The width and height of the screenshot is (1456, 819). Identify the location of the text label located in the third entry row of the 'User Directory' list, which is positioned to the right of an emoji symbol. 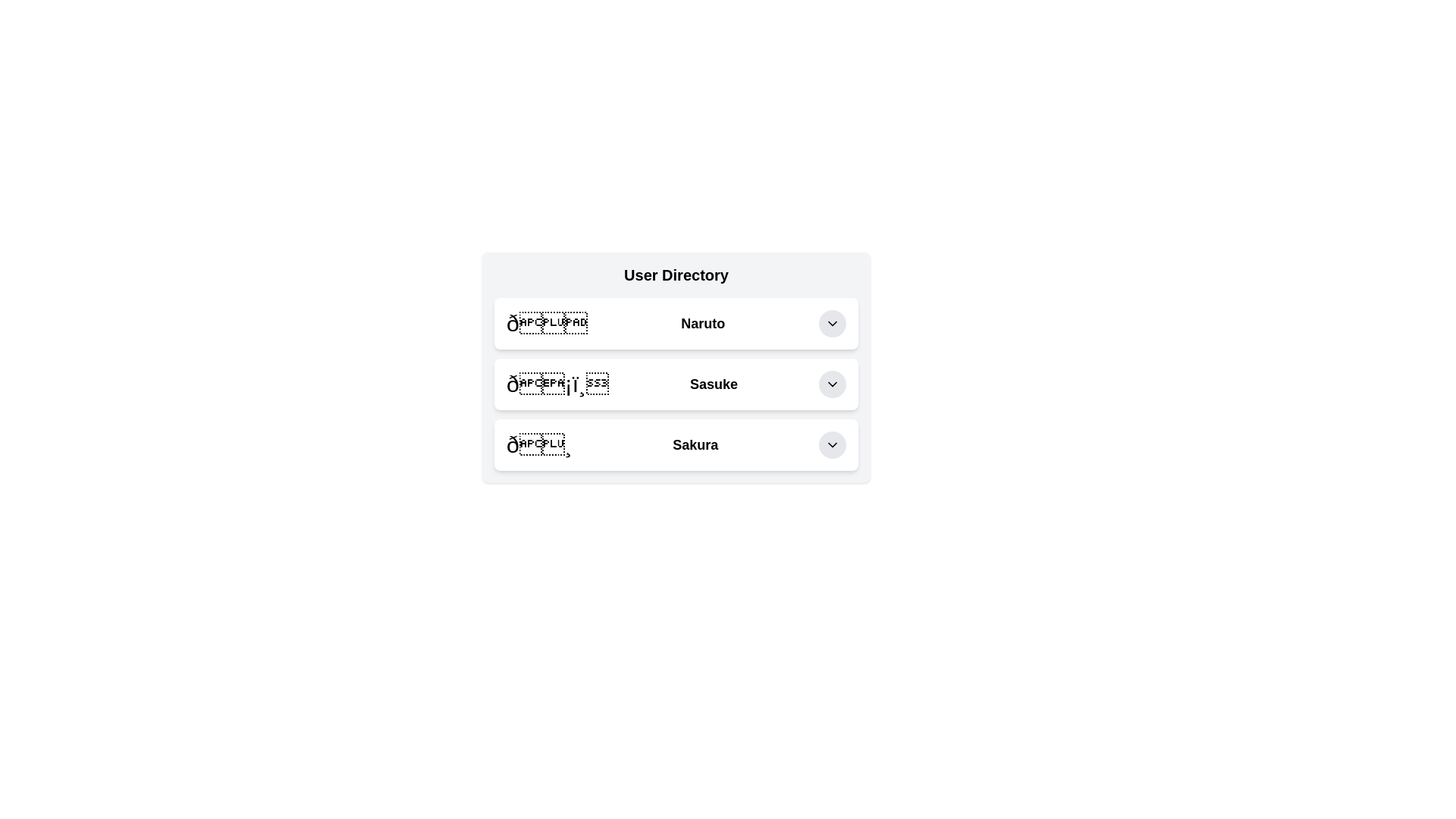
(695, 444).